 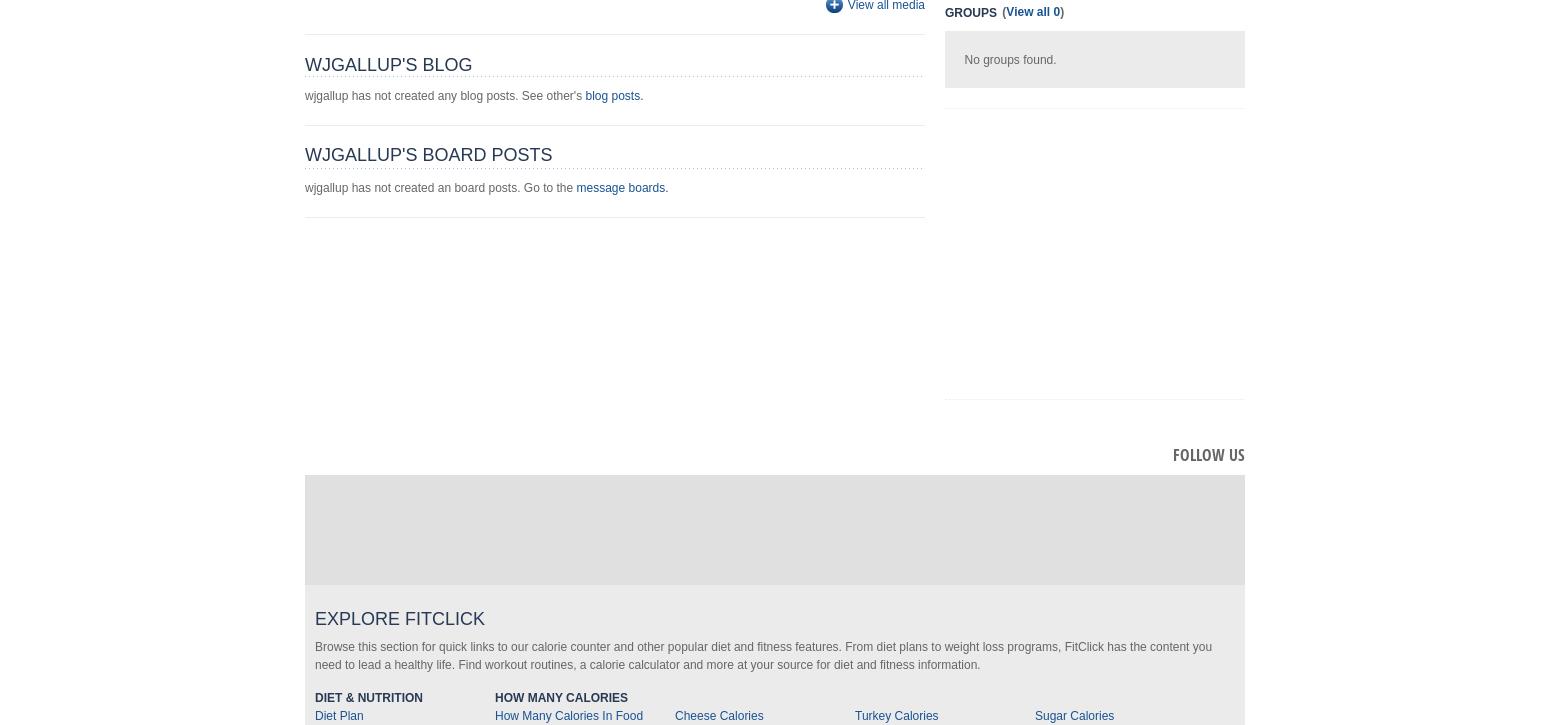 I want to click on 'How Many Calories In Food', so click(x=569, y=715).